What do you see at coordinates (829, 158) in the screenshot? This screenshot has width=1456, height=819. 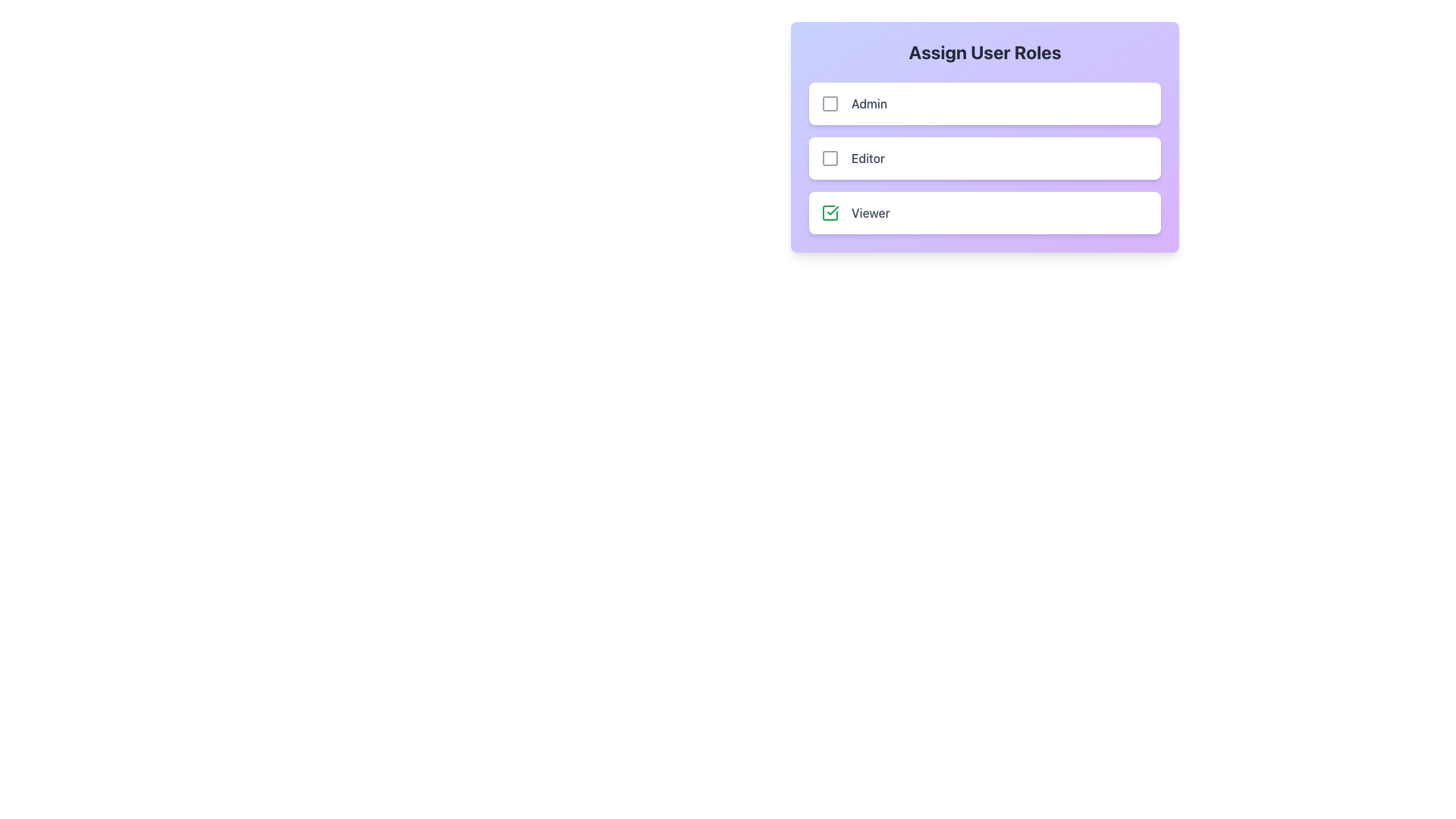 I see `the square-shaped icon outlined with a thin black stroke, located next to the text 'Editor' in the list of options` at bounding box center [829, 158].